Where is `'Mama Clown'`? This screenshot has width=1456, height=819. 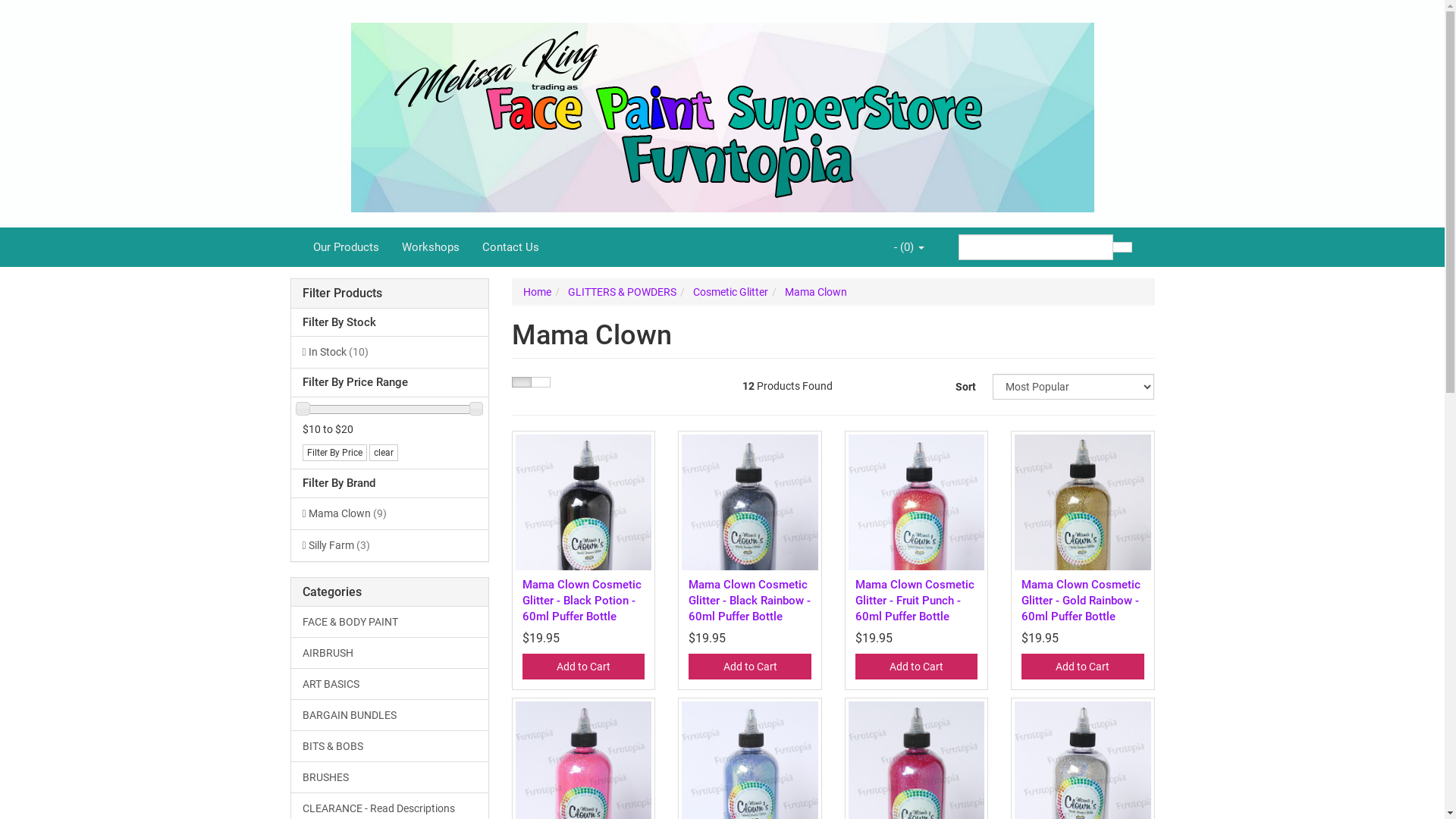 'Mama Clown' is located at coordinates (814, 292).